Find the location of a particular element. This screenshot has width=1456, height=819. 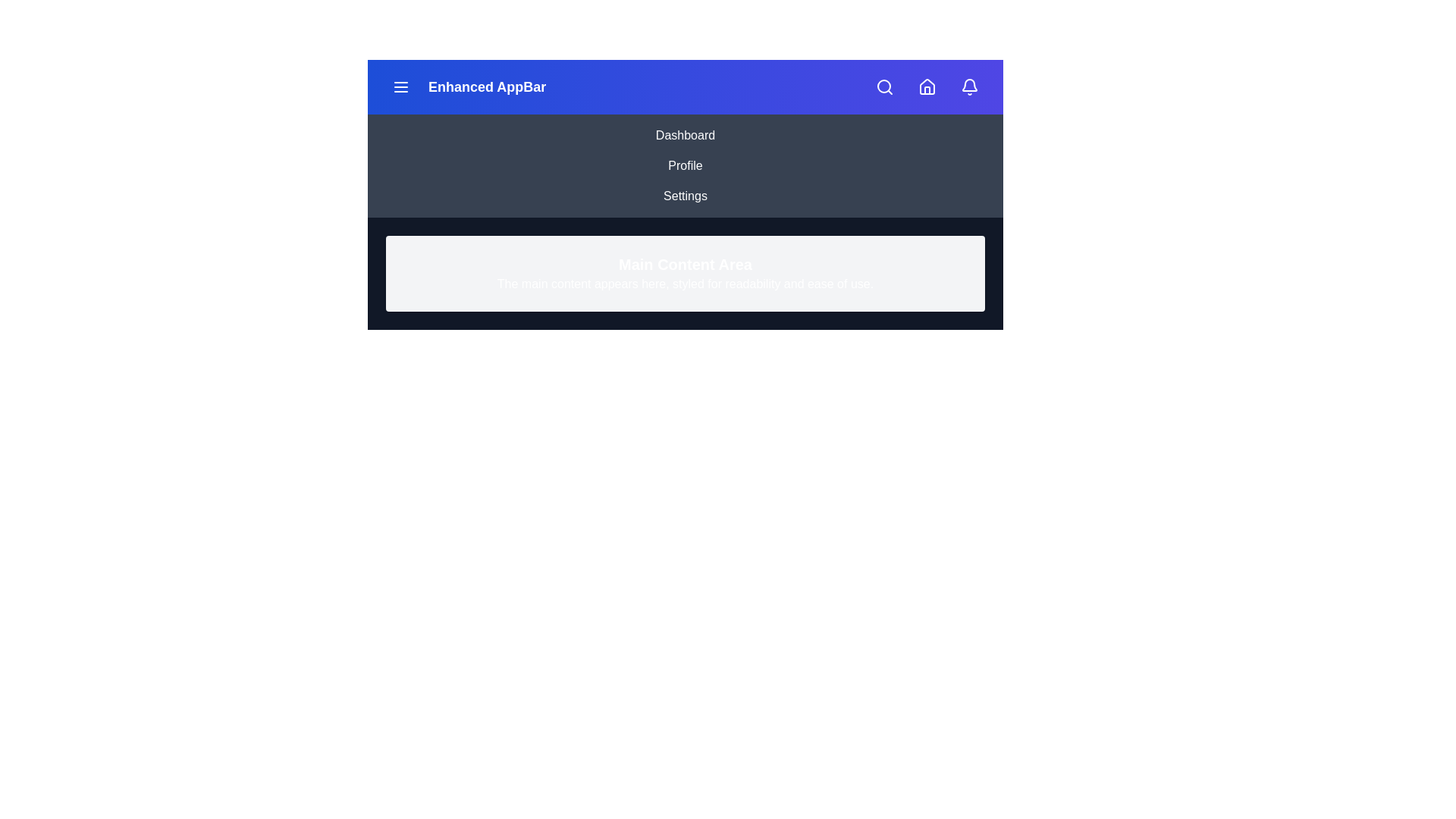

the Settings navigation link to navigate to the corresponding section is located at coordinates (684, 195).